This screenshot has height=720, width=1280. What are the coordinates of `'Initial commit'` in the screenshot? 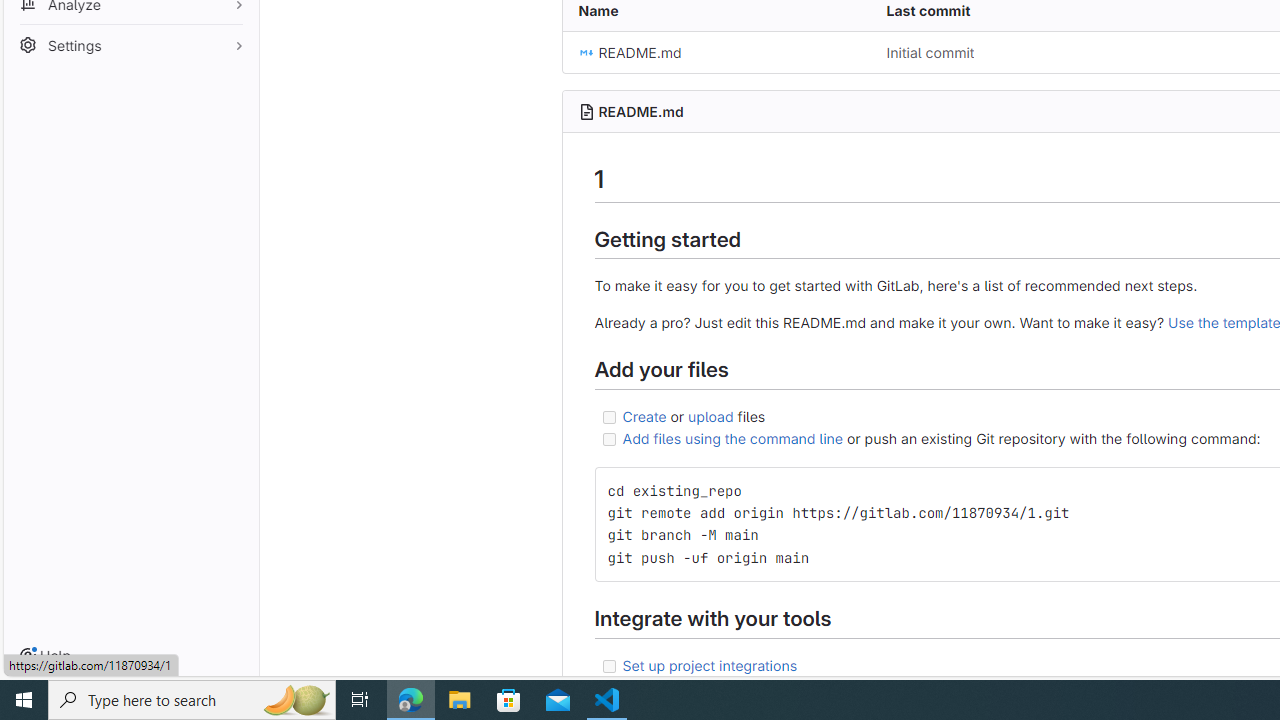 It's located at (929, 51).